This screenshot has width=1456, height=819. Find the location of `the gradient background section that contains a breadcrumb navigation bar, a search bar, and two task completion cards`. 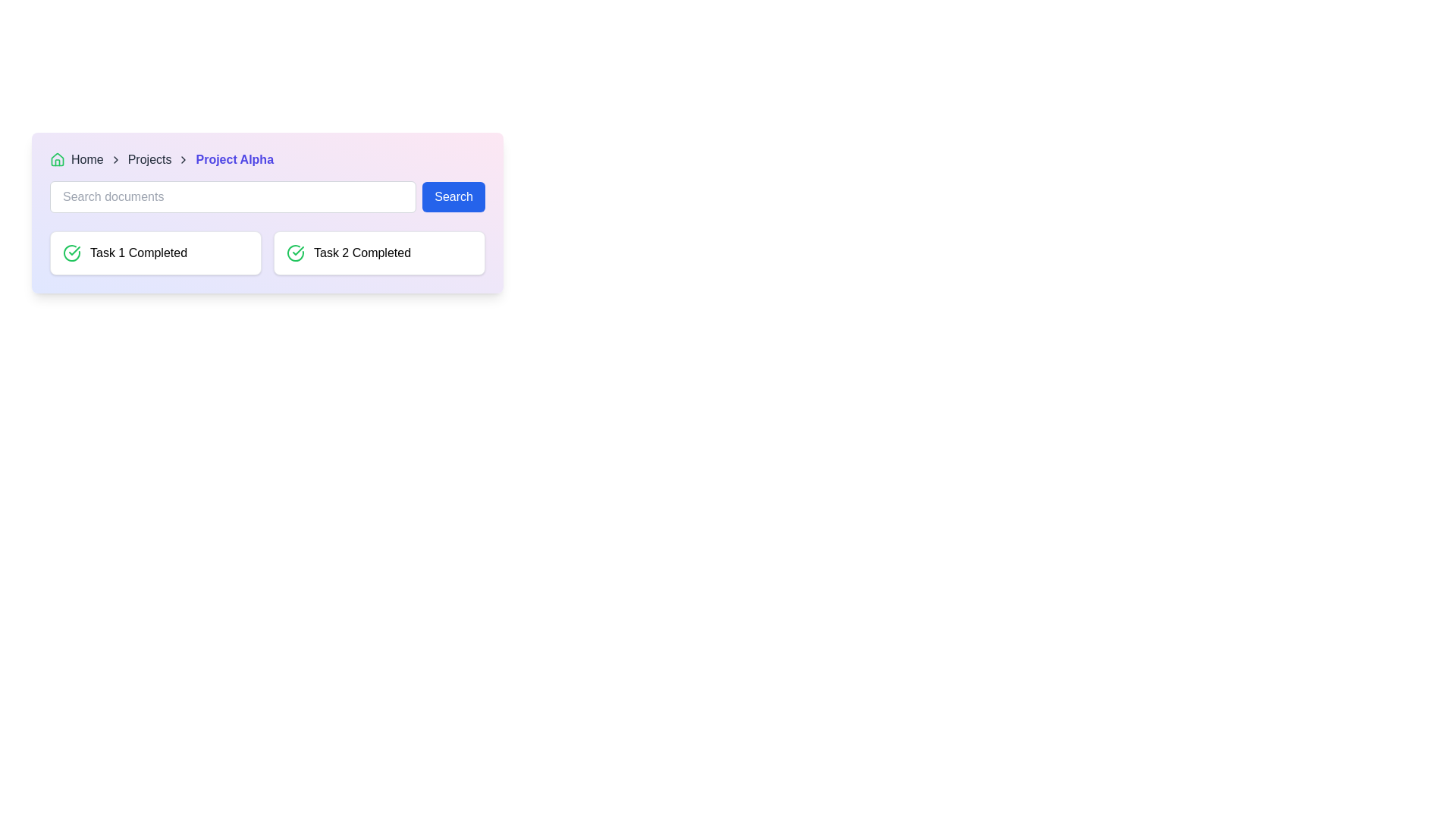

the gradient background section that contains a breadcrumb navigation bar, a search bar, and two task completion cards is located at coordinates (268, 213).